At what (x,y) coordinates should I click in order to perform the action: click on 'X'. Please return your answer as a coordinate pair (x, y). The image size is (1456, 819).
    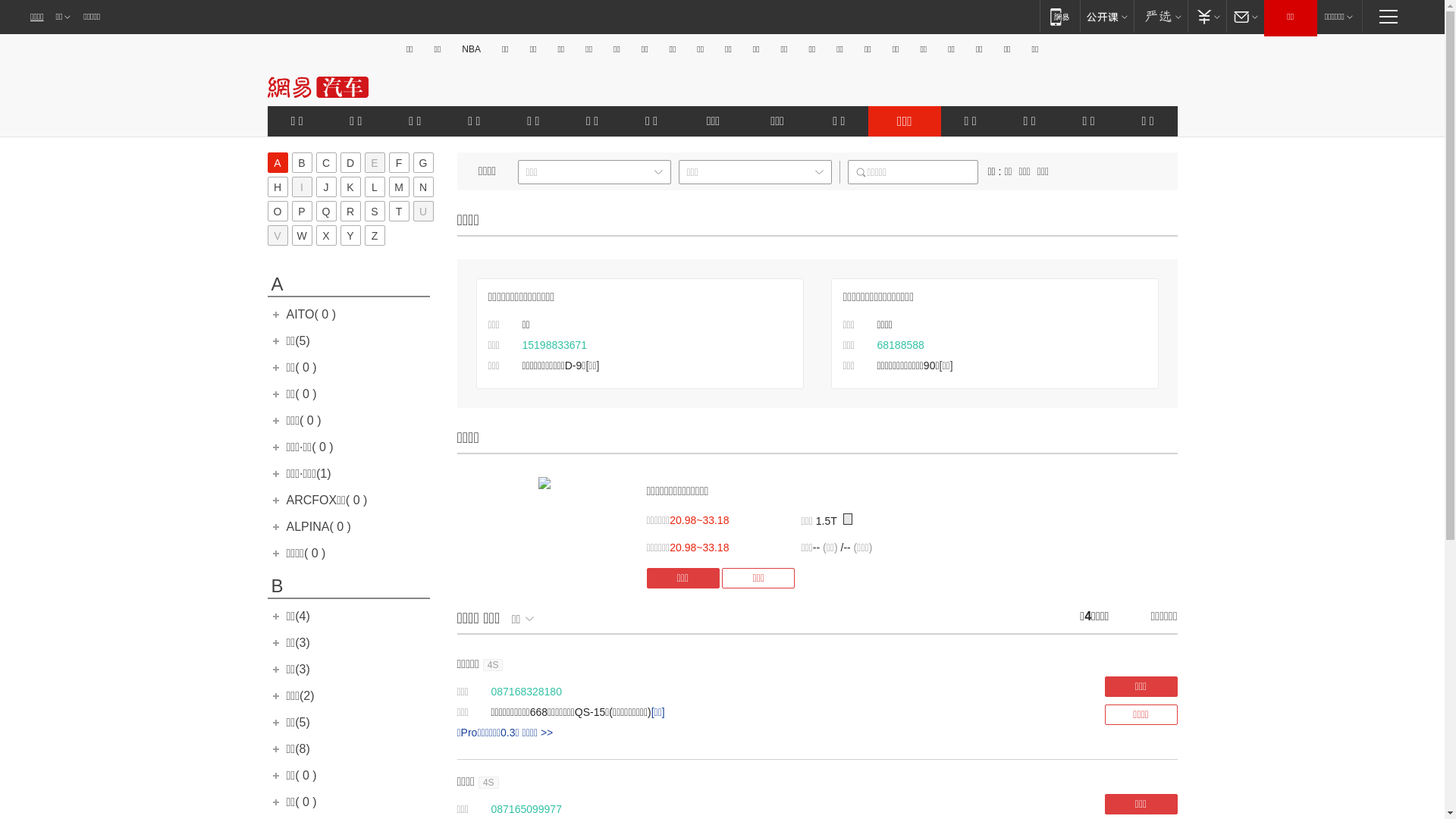
    Looking at the image, I should click on (325, 235).